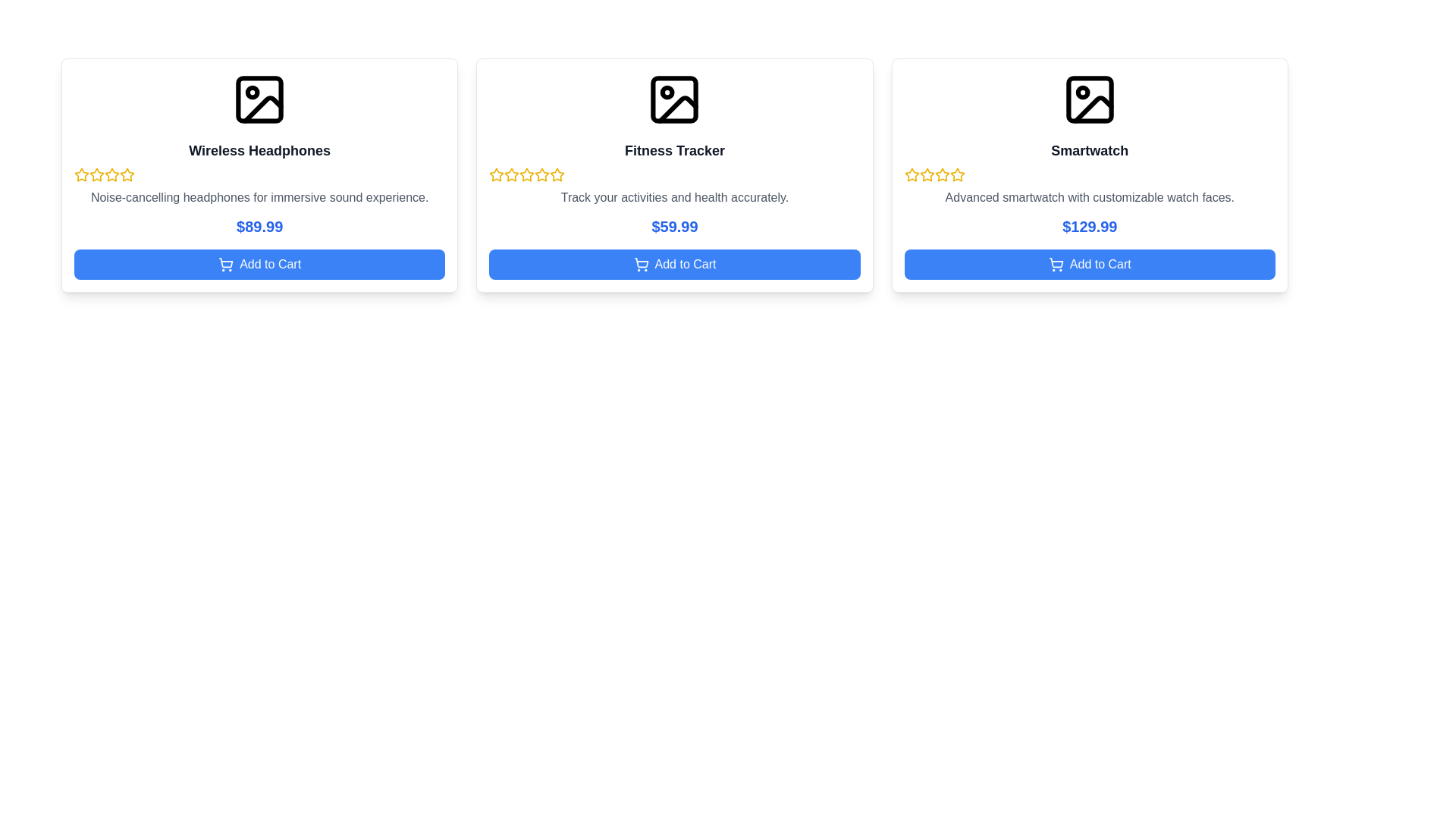 This screenshot has height=819, width=1456. What do you see at coordinates (259, 263) in the screenshot?
I see `the button located at the bottom center of the product card for 'Wireless Headphones'` at bounding box center [259, 263].